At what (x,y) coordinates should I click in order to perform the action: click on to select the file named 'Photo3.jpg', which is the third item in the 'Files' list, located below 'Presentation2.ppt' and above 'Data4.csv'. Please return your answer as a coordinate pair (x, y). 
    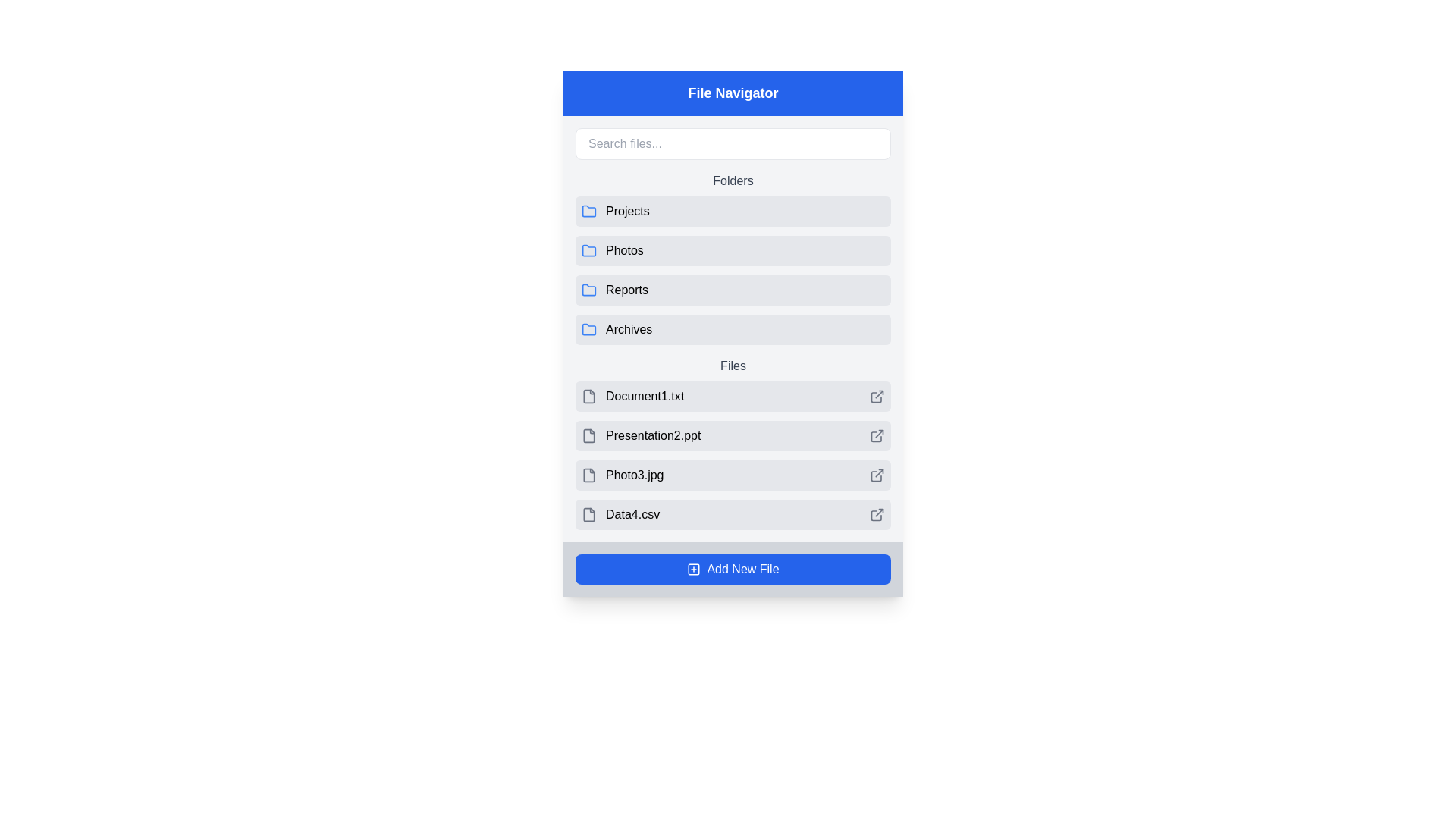
    Looking at the image, I should click on (733, 475).